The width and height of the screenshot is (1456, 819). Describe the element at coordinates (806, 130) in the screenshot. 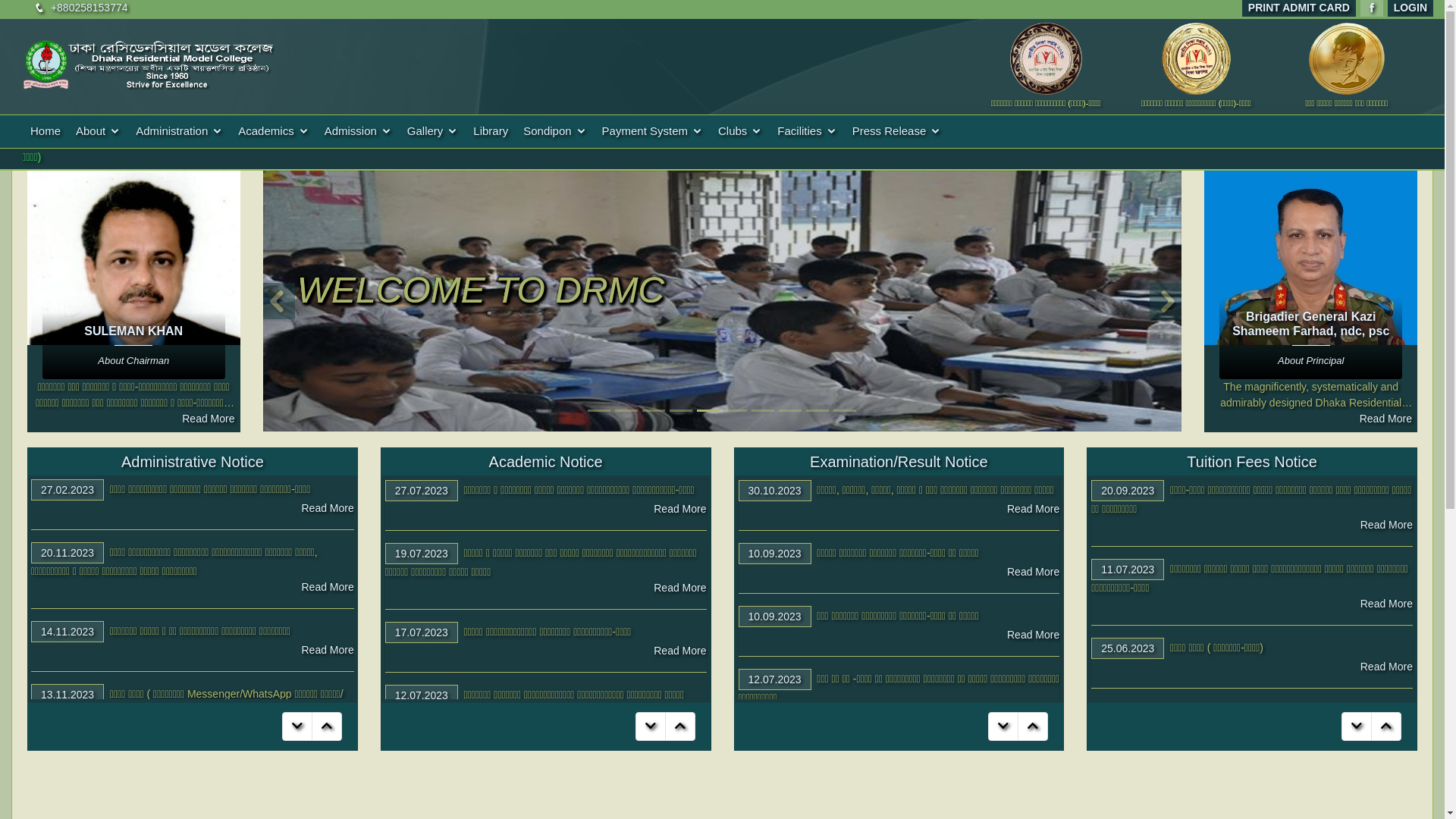

I see `'Facilities'` at that location.